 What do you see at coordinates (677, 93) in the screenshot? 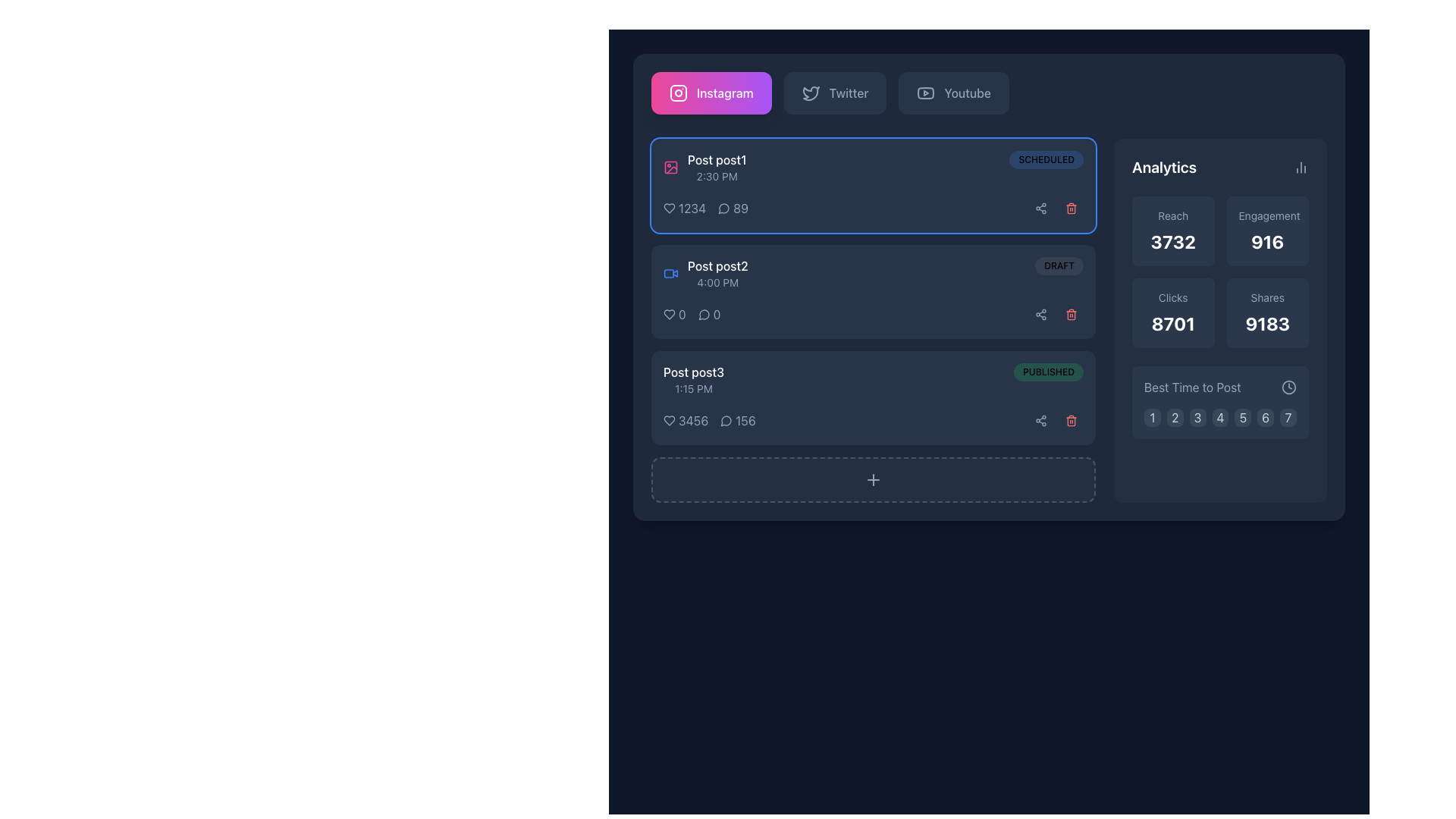
I see `the visual representation of the small rounded rectangle icon located within the Instagram icon, positioned in the top-left corner of the interface` at bounding box center [677, 93].